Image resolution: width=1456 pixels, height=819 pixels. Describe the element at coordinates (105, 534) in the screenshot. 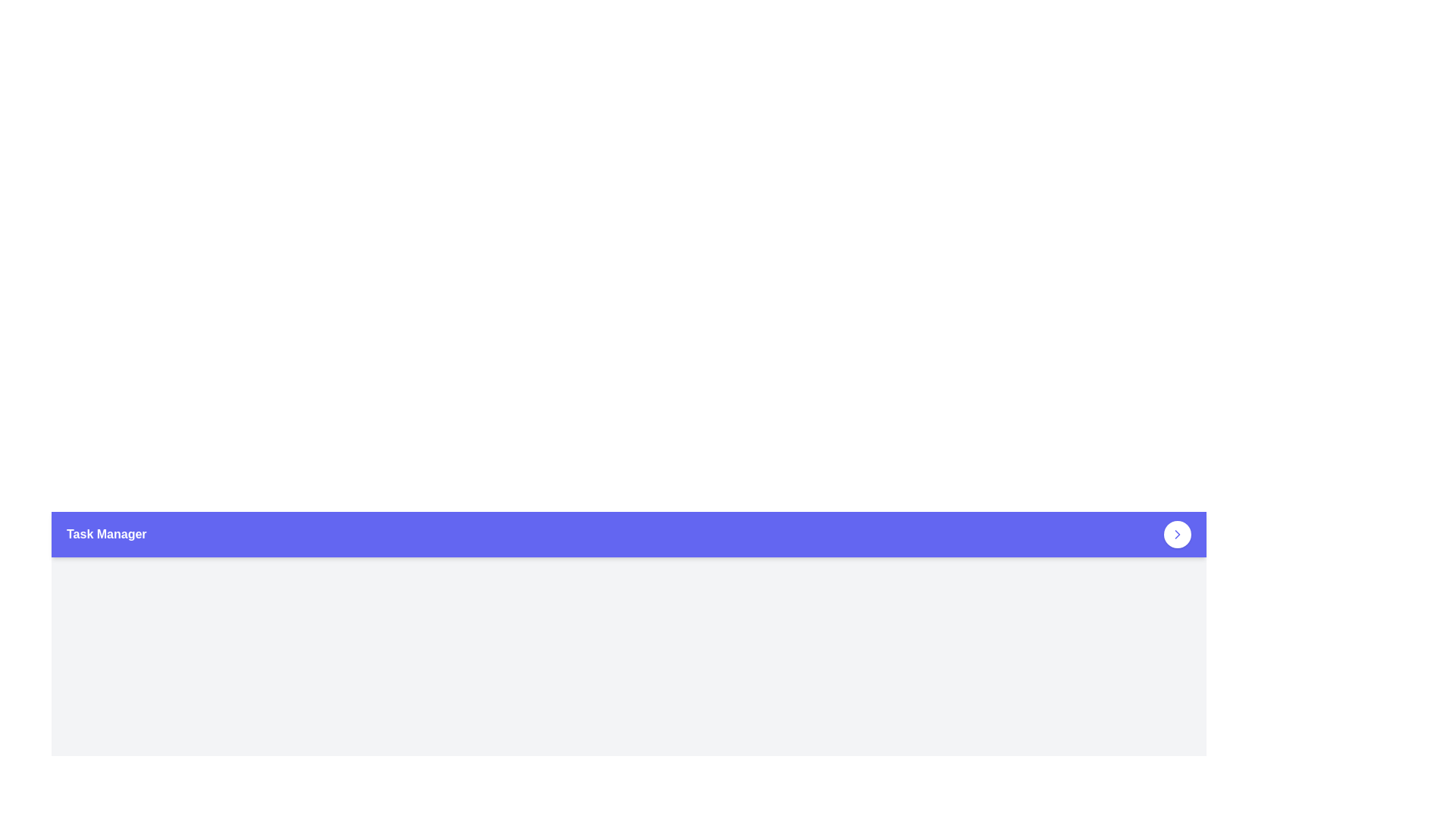

I see `the Static Text Label displaying 'Task Manager' on a purple background located on the far left of the header section` at that location.